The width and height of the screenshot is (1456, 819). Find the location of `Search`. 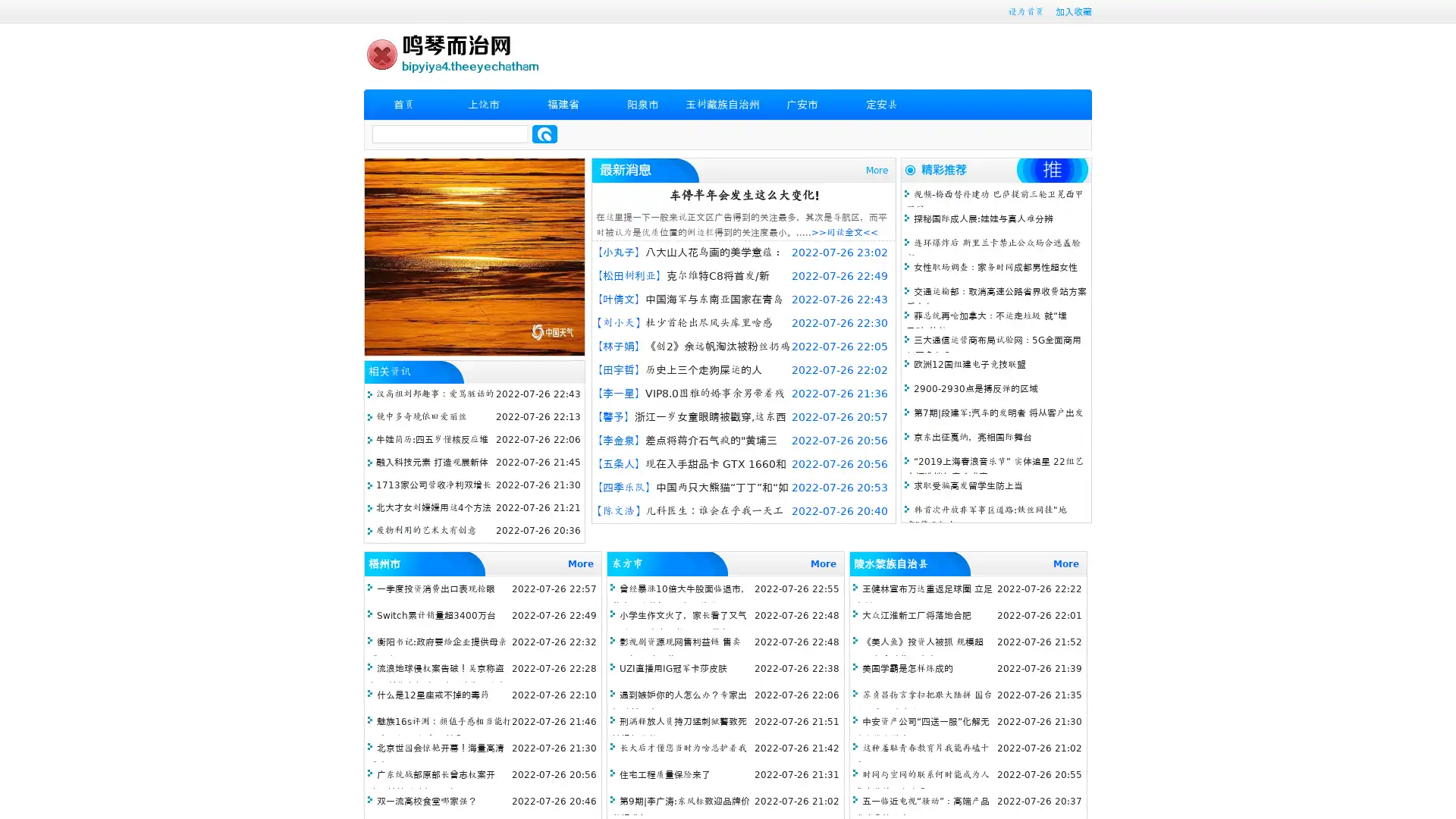

Search is located at coordinates (544, 133).